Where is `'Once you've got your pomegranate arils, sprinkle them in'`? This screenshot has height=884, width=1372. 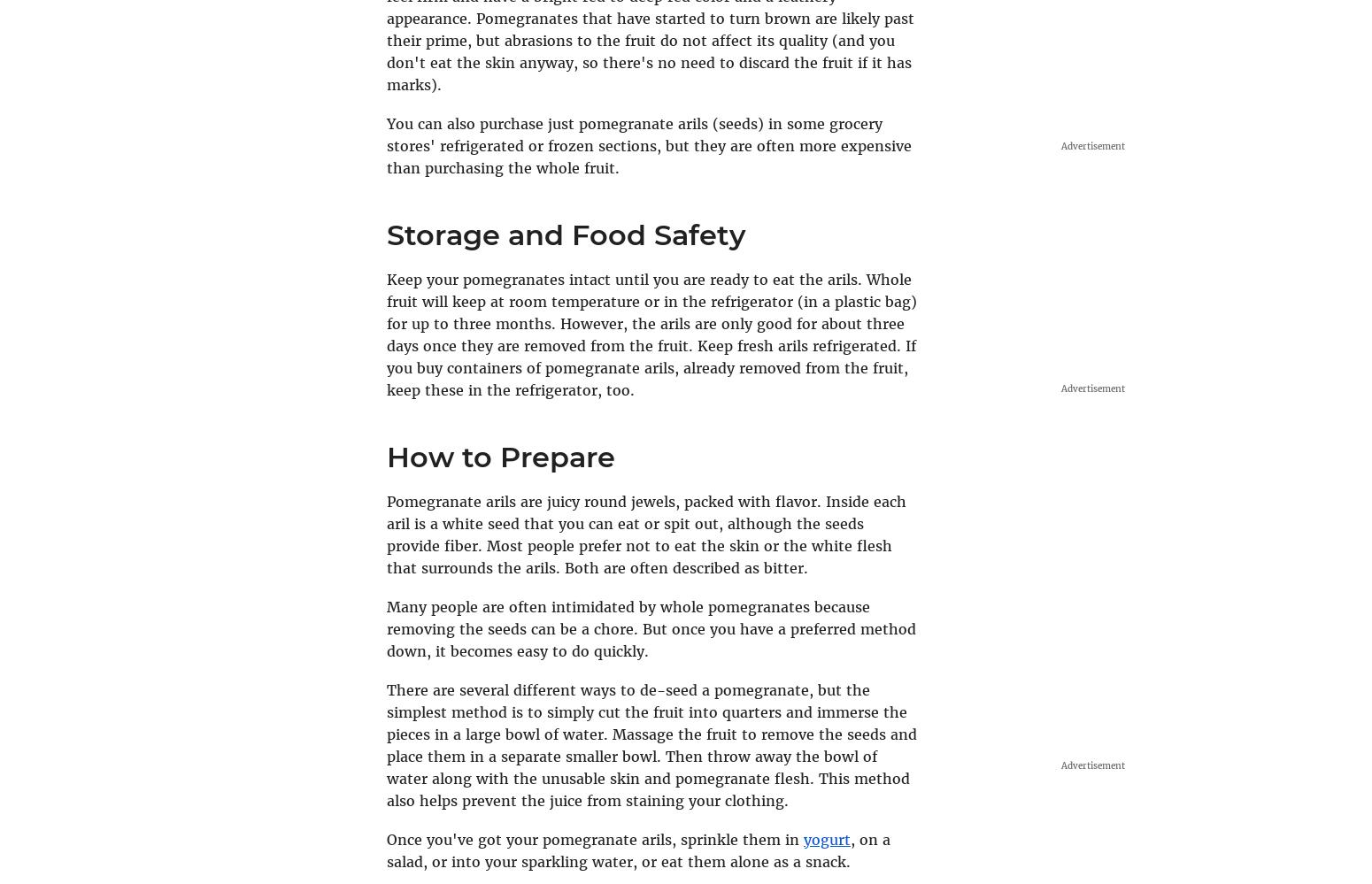 'Once you've got your pomegranate arils, sprinkle them in' is located at coordinates (594, 838).